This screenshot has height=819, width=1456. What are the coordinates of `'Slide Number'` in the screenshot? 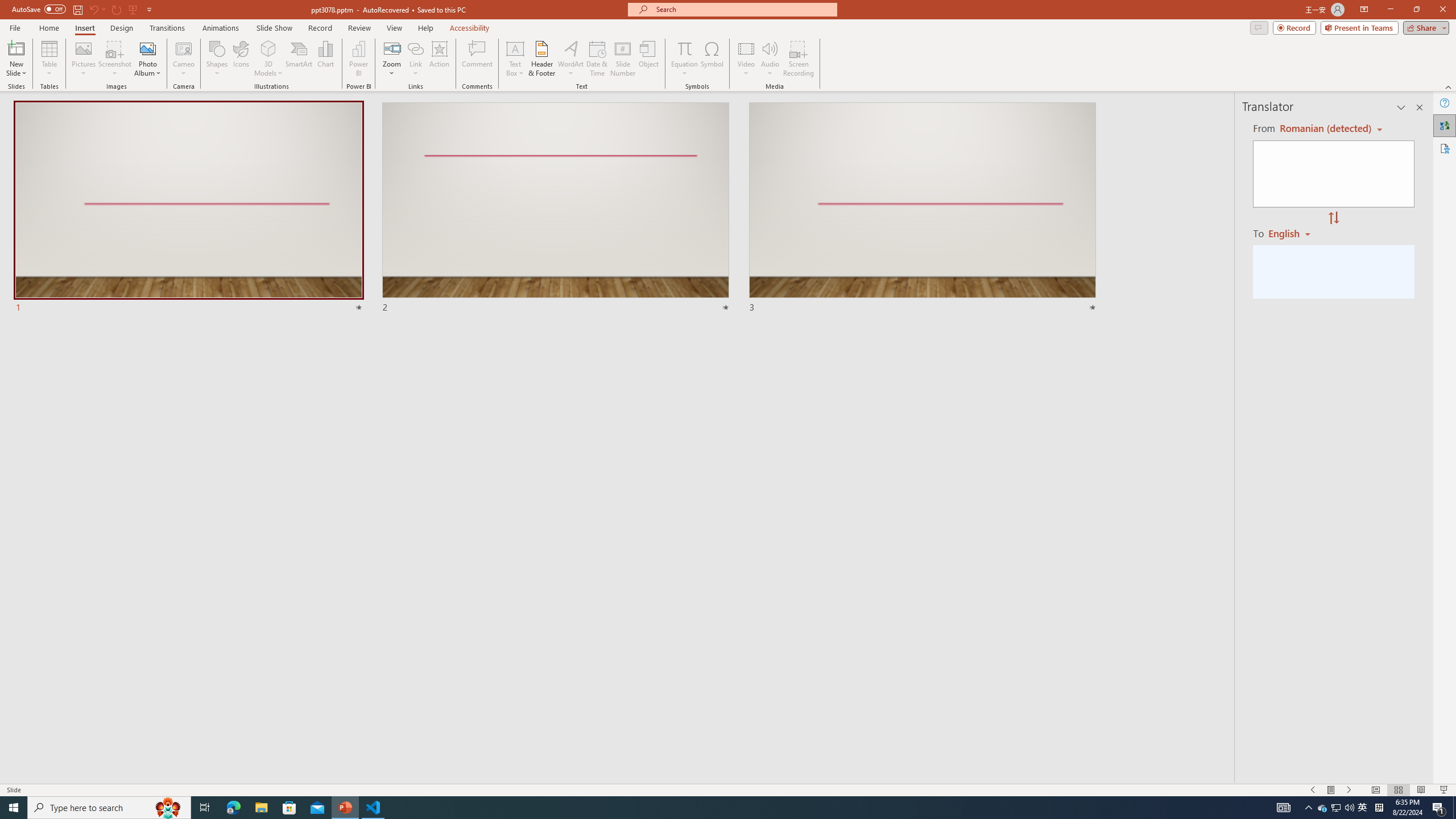 It's located at (622, 59).